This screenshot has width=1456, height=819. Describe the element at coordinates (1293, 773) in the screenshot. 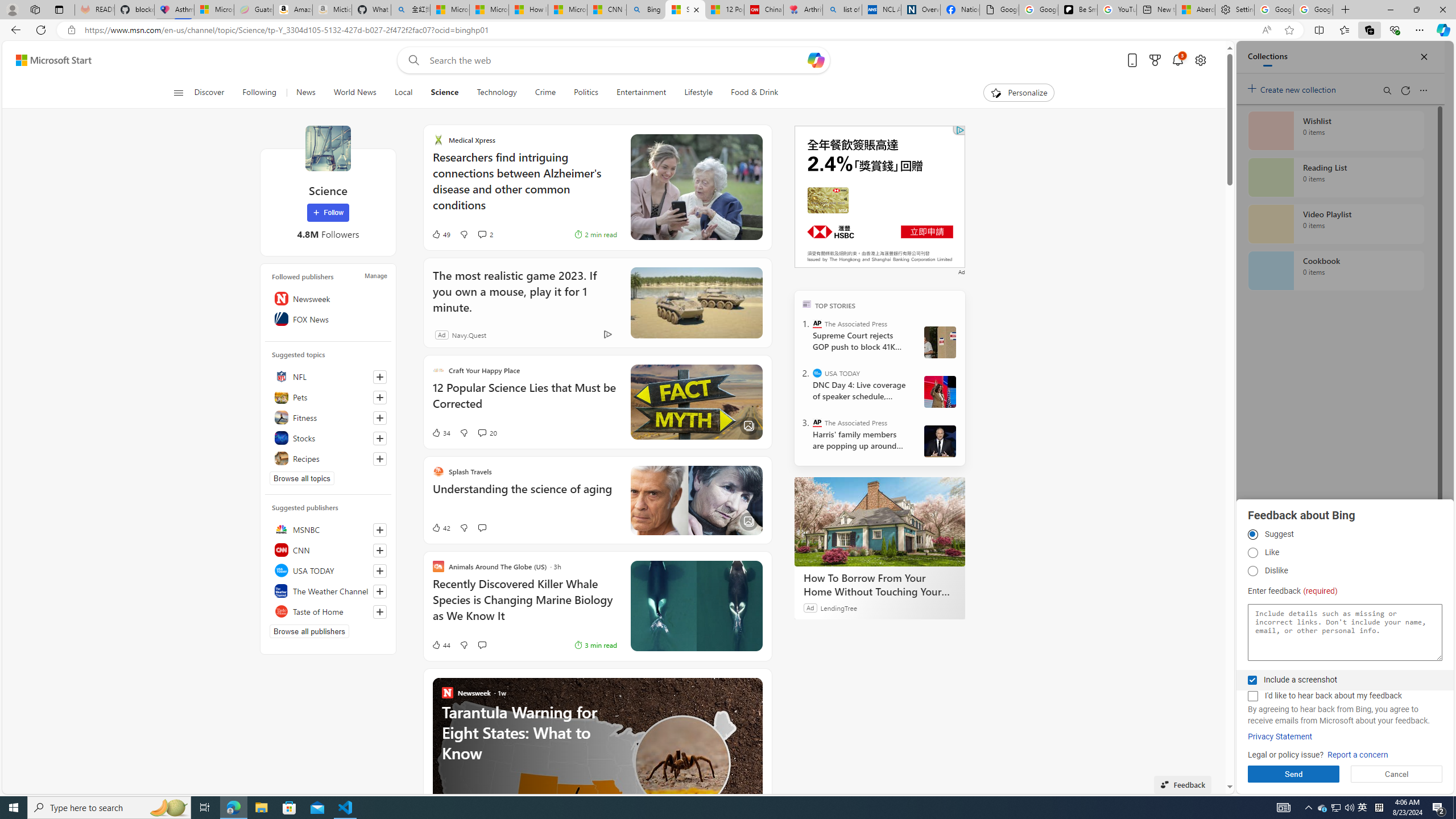

I see `'Send'` at that location.